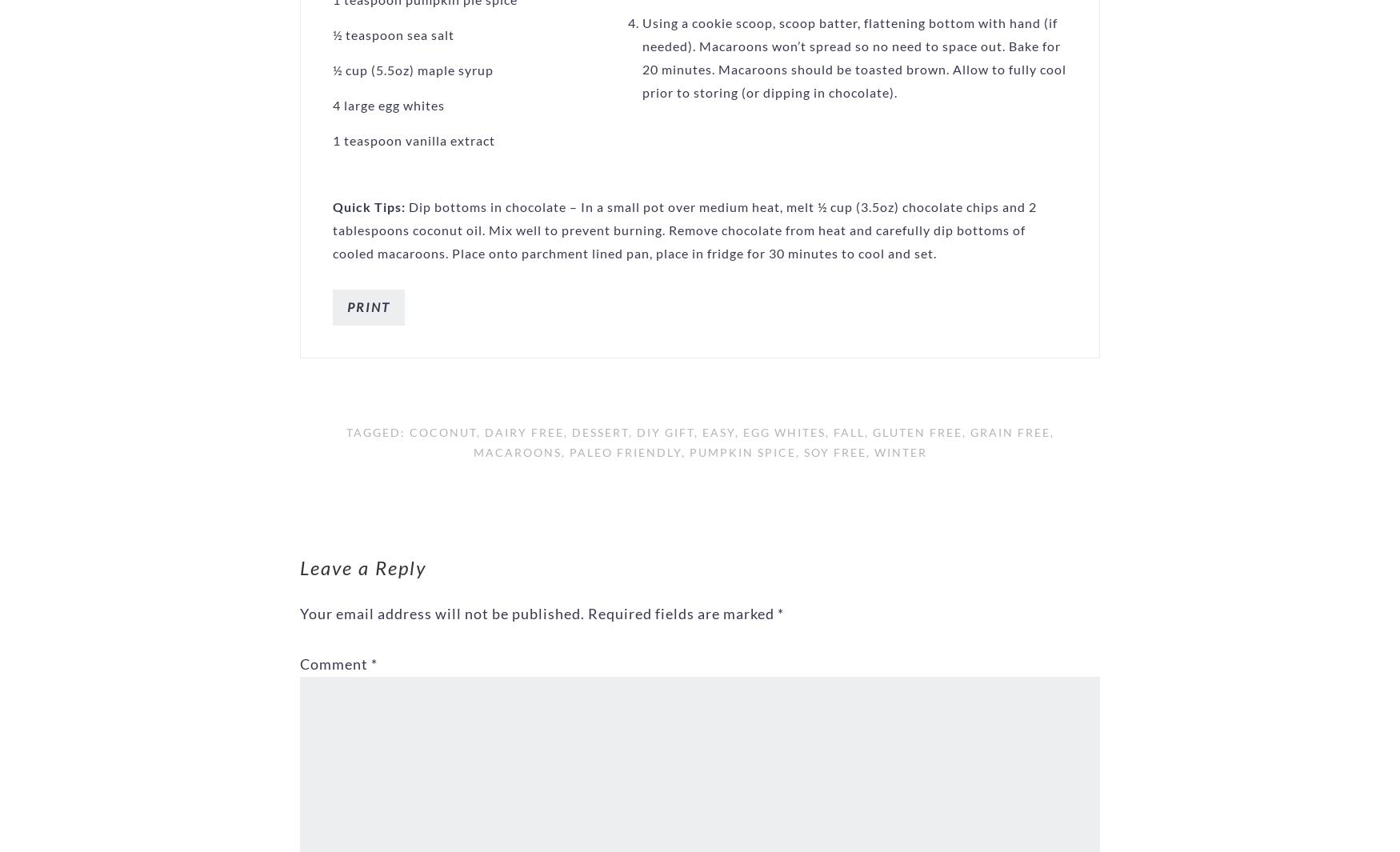 The height and width of the screenshot is (852, 1400). I want to click on 'Quick Tips:', so click(369, 206).